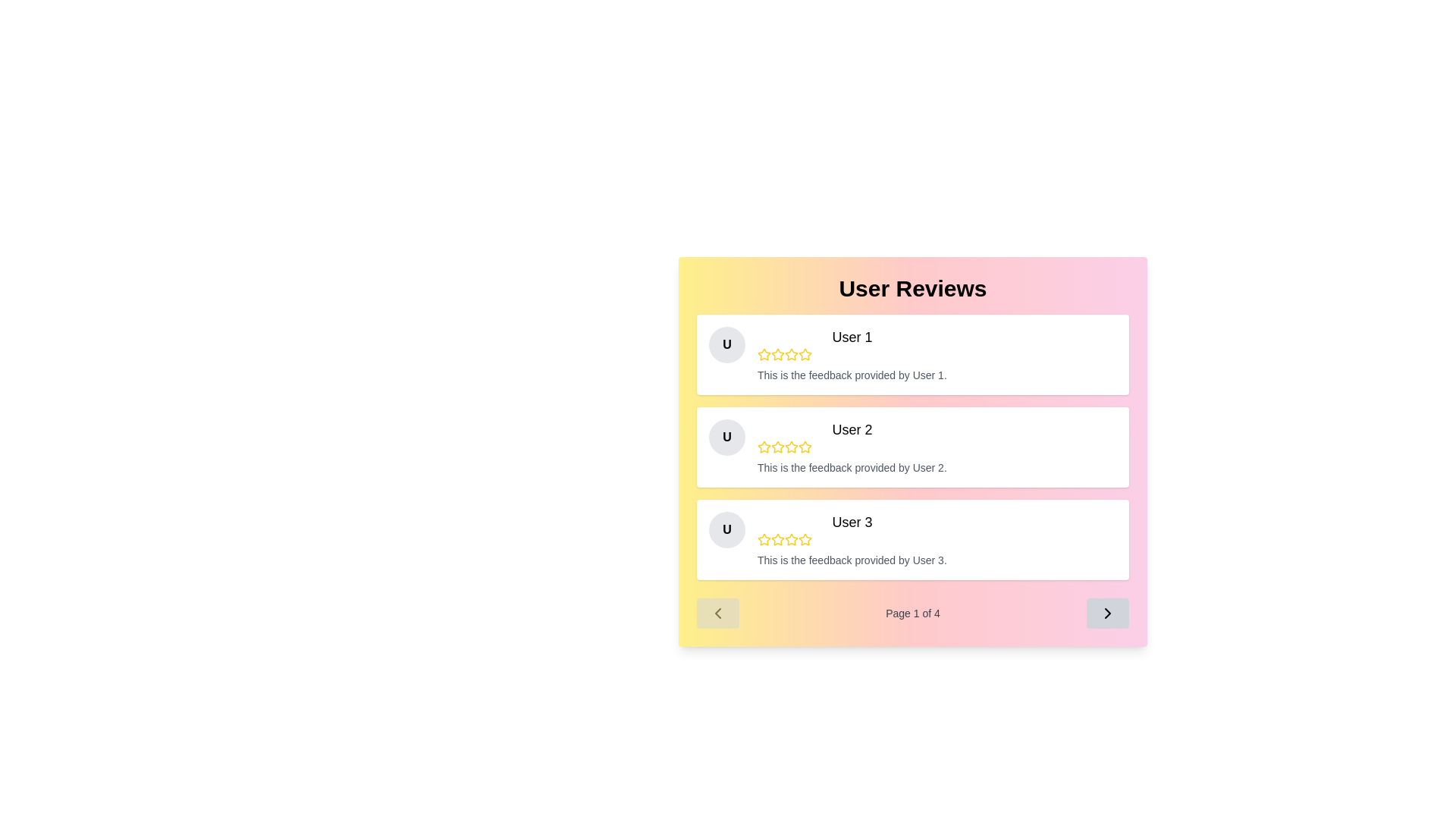 The image size is (1456, 819). What do you see at coordinates (852, 375) in the screenshot?
I see `feedback text block styled with a smaller font size and gray color, which contains the text 'This is the feedback provided by User 1.' located below the user name and rating section in the first review card` at bounding box center [852, 375].